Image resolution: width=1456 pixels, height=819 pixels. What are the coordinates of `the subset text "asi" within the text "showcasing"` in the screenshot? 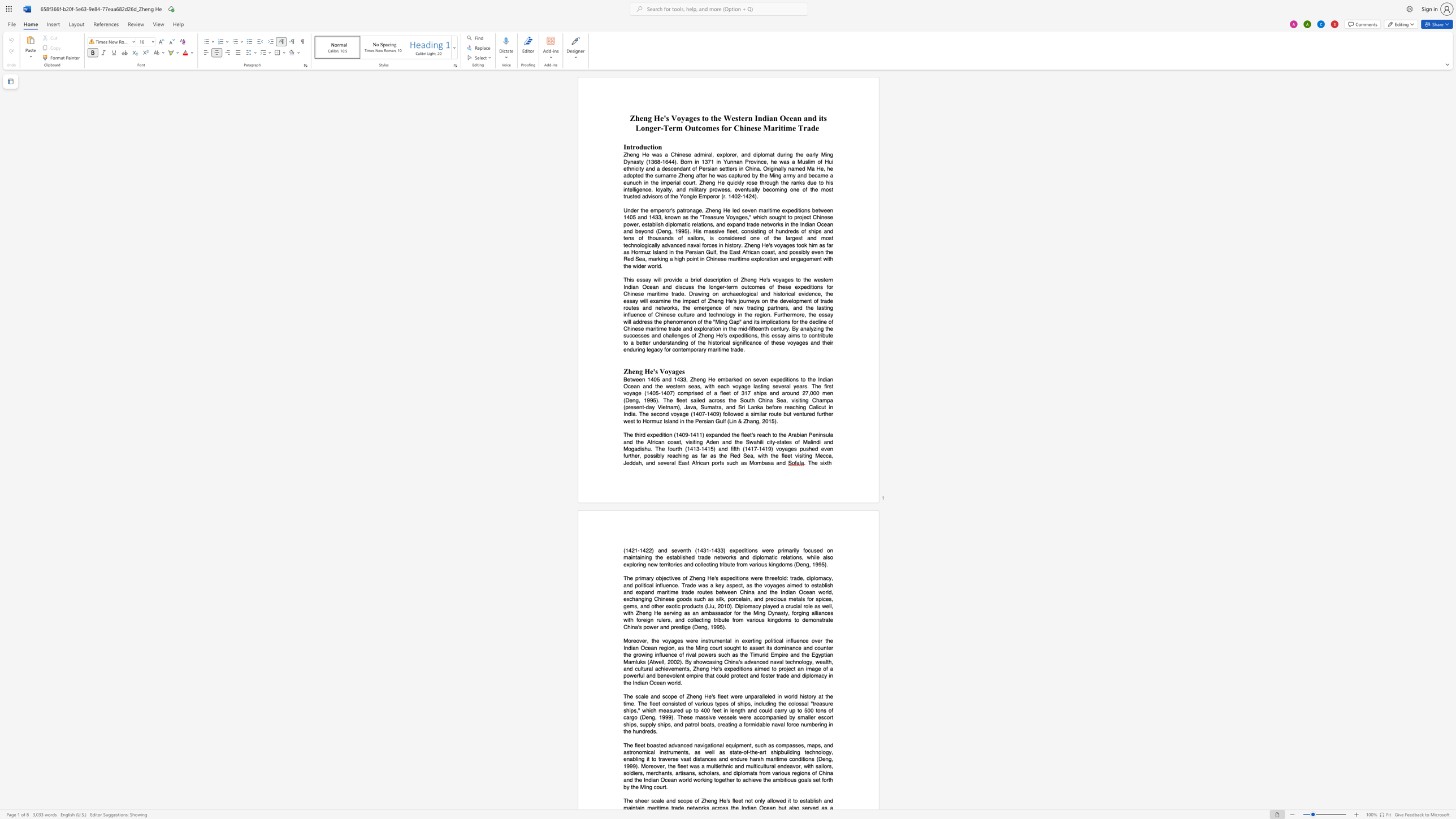 It's located at (708, 661).